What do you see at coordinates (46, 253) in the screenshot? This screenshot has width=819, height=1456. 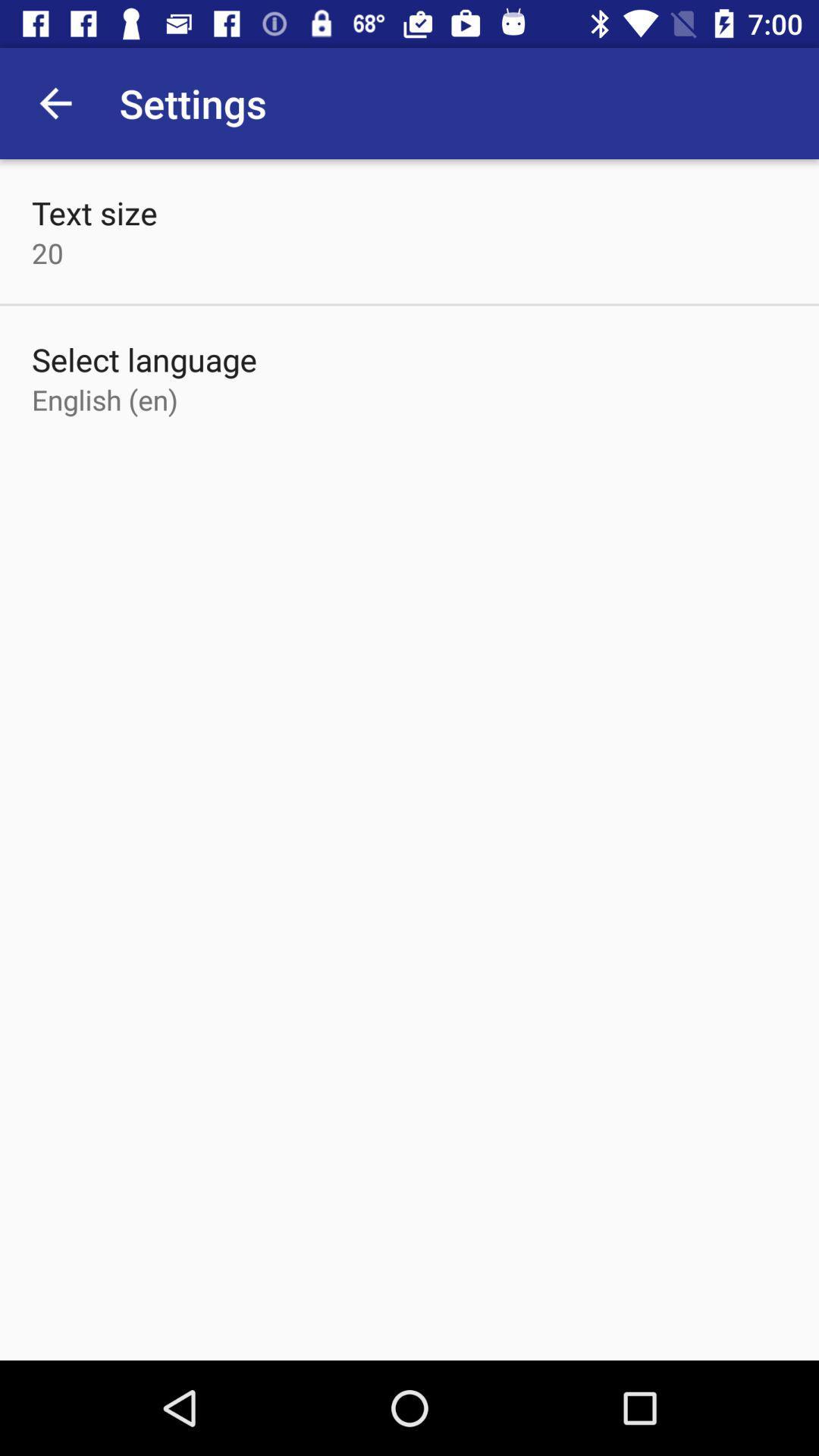 I see `the 20` at bounding box center [46, 253].